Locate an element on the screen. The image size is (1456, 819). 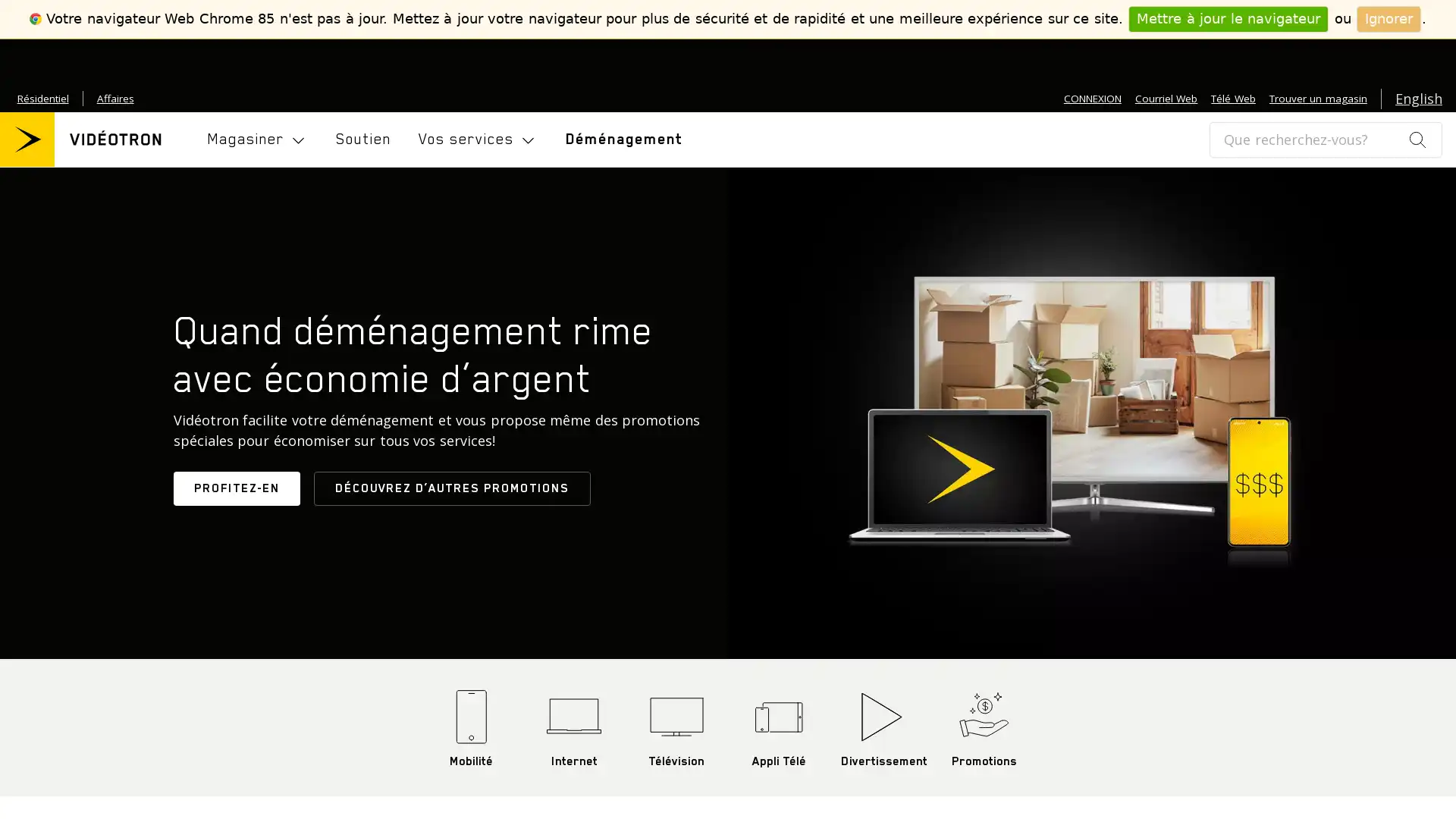
Ignorer is located at coordinates (1389, 18).